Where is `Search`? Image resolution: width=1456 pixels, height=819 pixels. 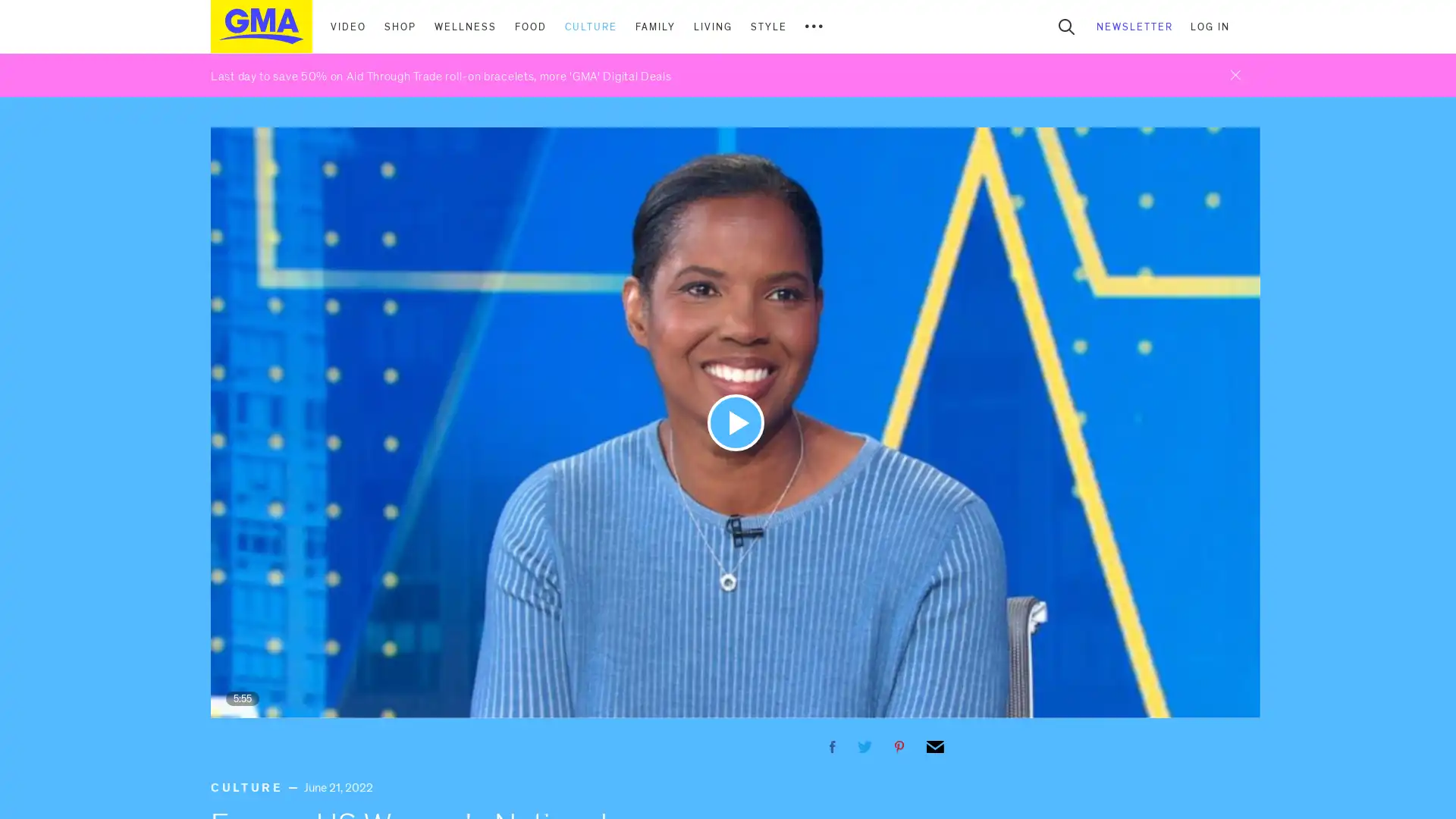
Search is located at coordinates (1065, 26).